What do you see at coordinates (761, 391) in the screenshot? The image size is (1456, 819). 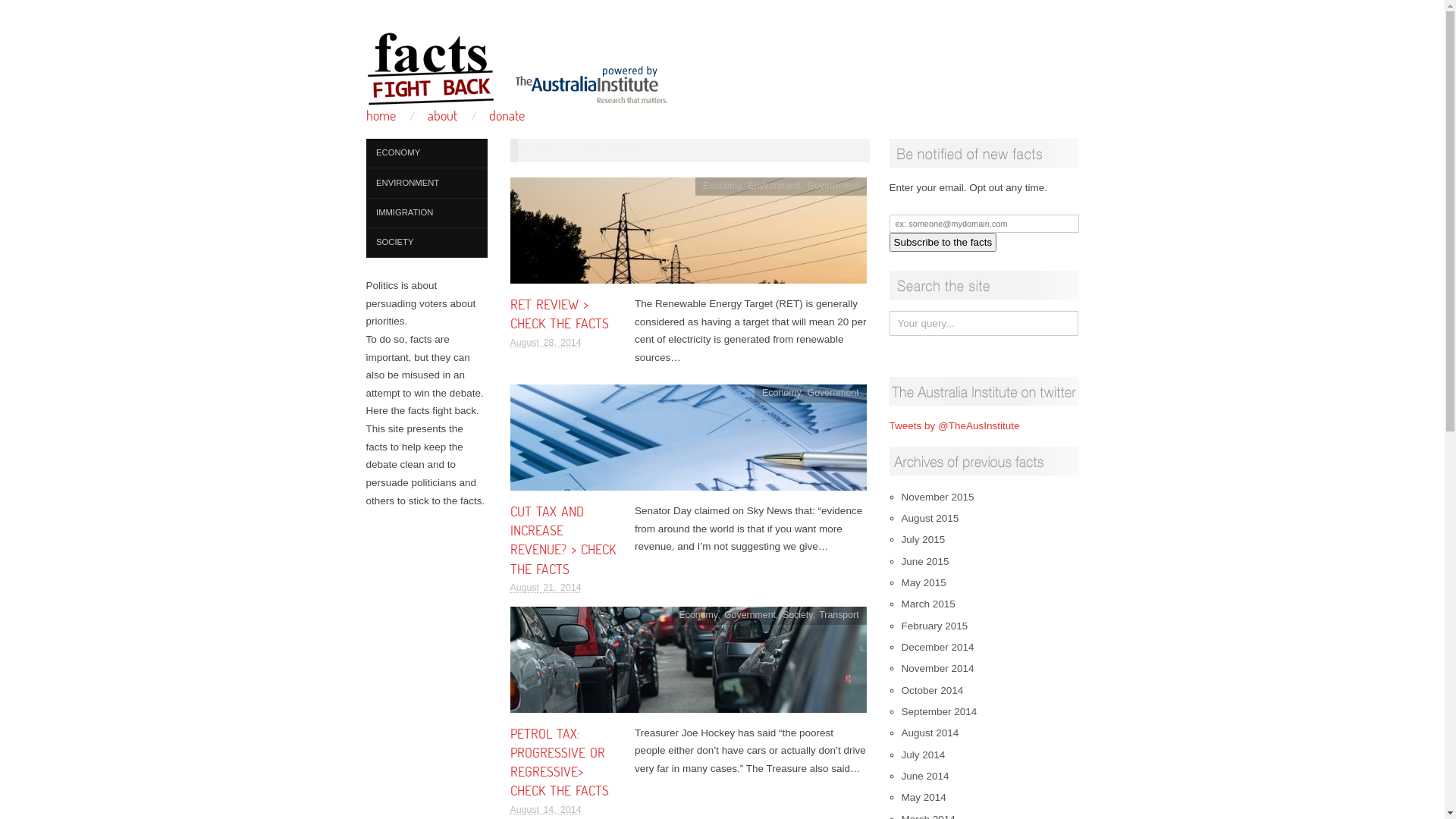 I see `'Economy'` at bounding box center [761, 391].